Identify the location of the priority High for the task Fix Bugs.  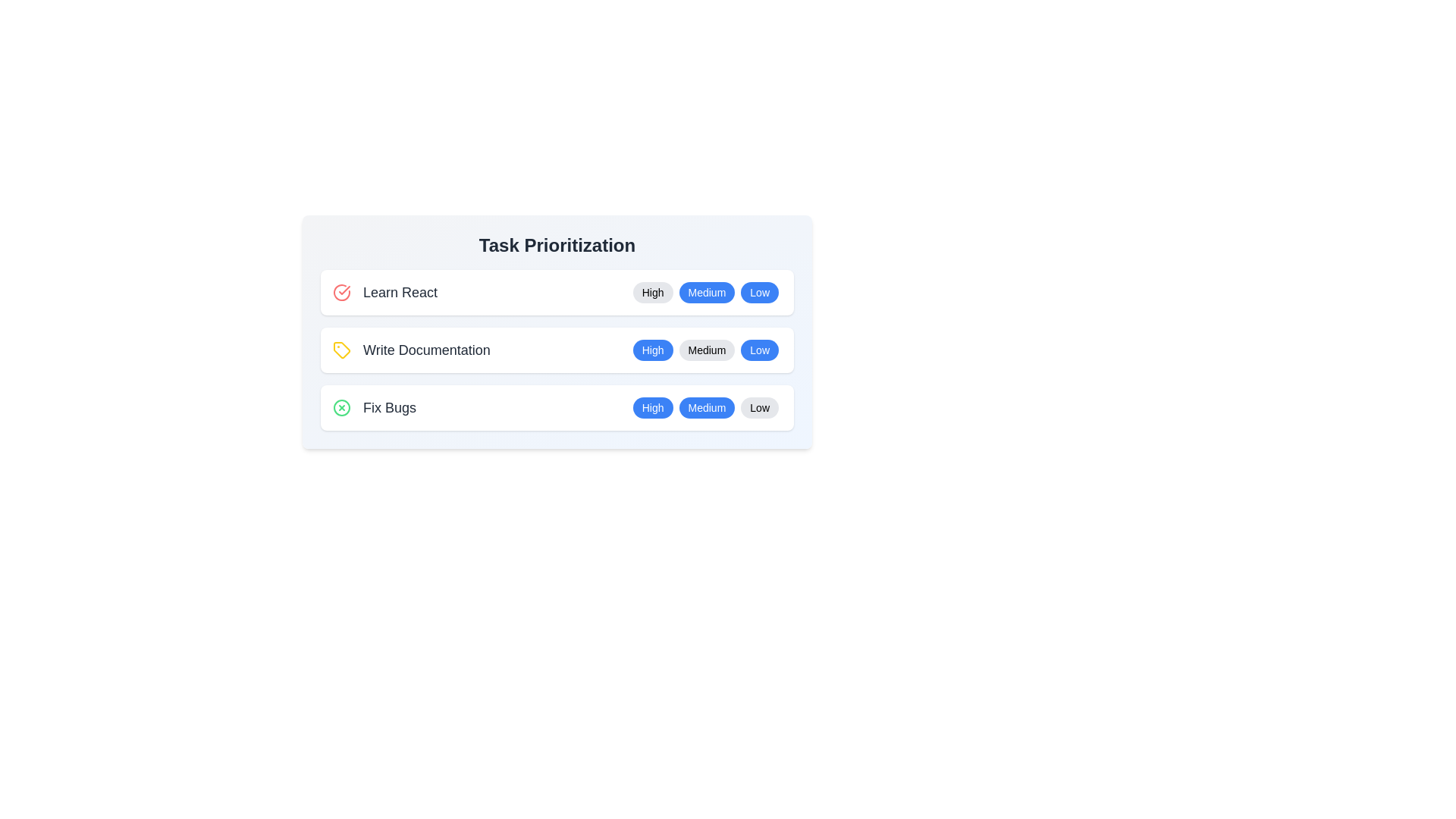
(652, 406).